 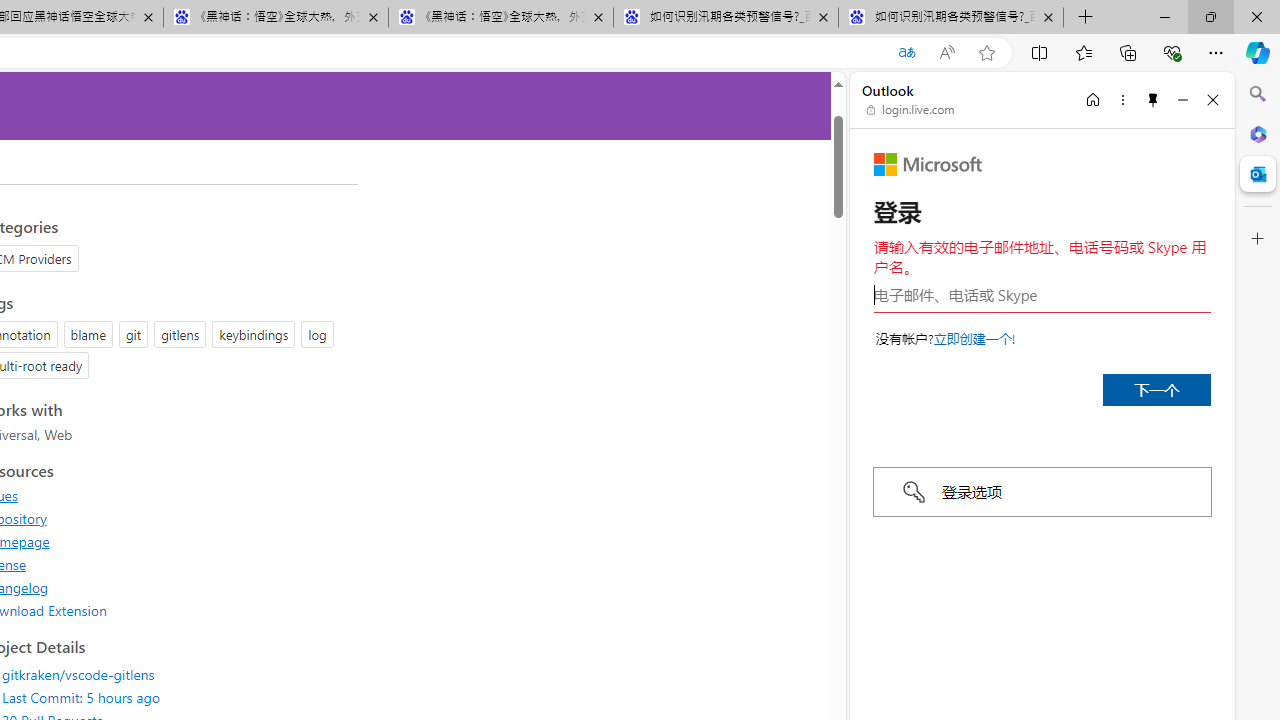 What do you see at coordinates (905, 52) in the screenshot?
I see `'Translated'` at bounding box center [905, 52].